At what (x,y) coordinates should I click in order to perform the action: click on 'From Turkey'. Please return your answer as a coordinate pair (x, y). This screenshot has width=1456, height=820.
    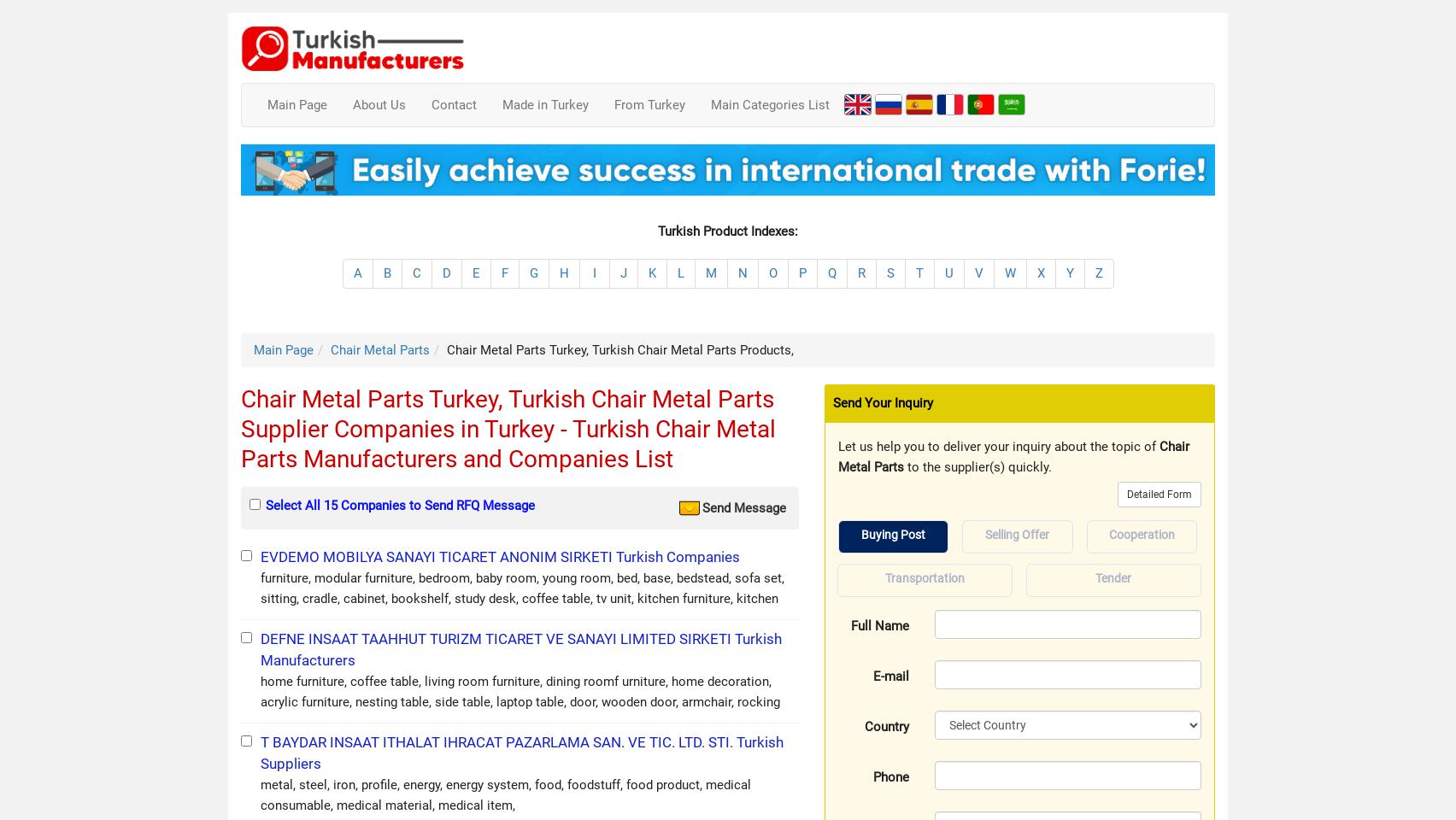
    Looking at the image, I should click on (649, 103).